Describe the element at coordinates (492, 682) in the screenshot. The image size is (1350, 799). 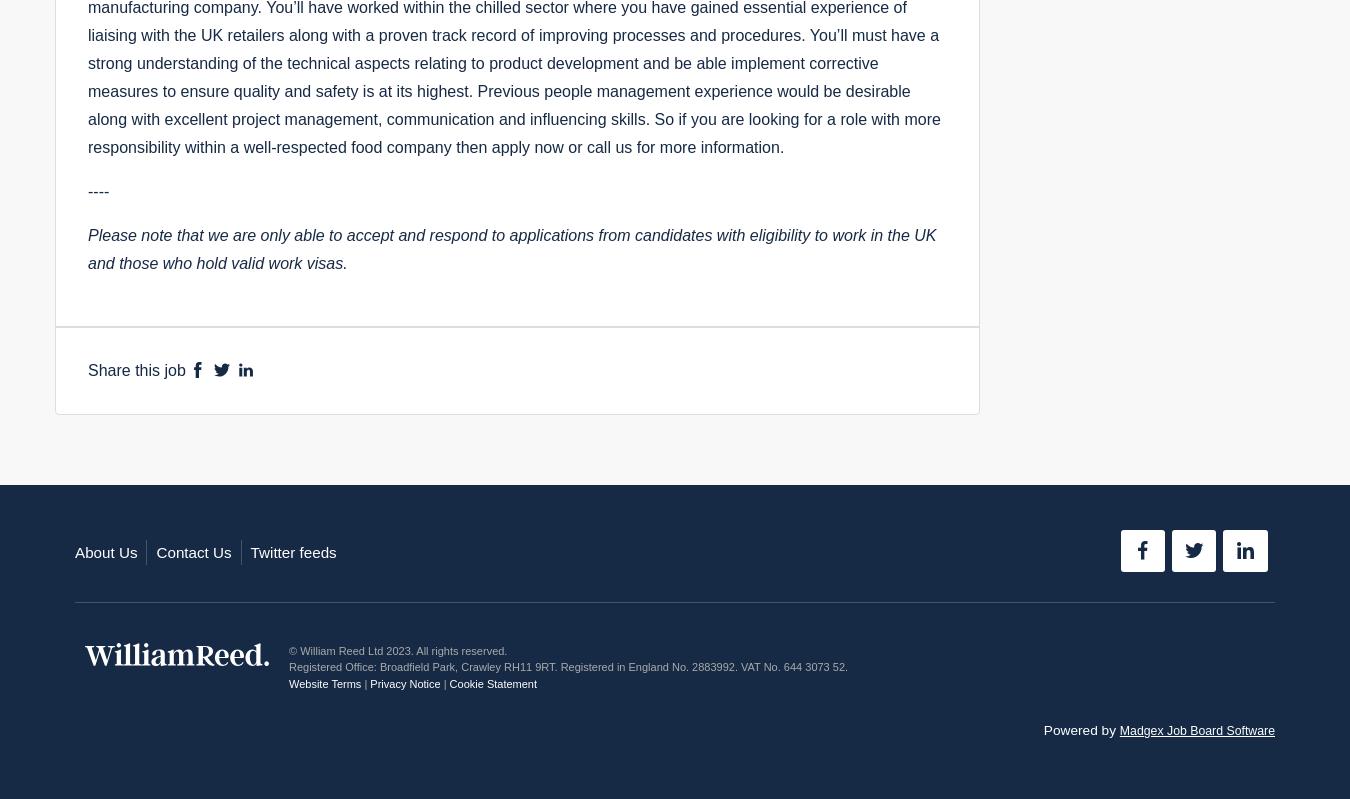
I see `'Cookie Statement'` at that location.